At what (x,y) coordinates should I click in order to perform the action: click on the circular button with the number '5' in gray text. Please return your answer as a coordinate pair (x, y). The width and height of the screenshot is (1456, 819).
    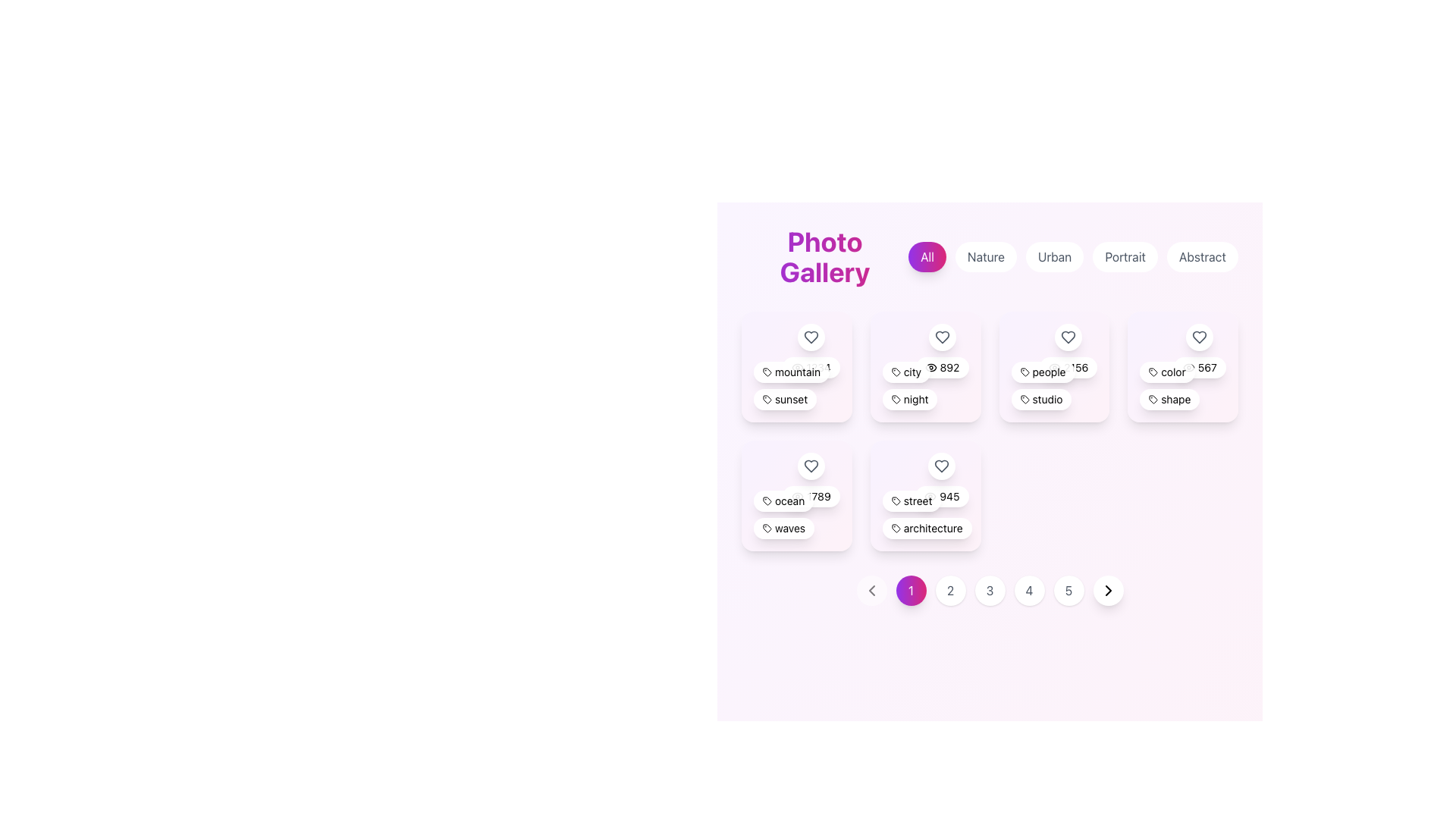
    Looking at the image, I should click on (1068, 589).